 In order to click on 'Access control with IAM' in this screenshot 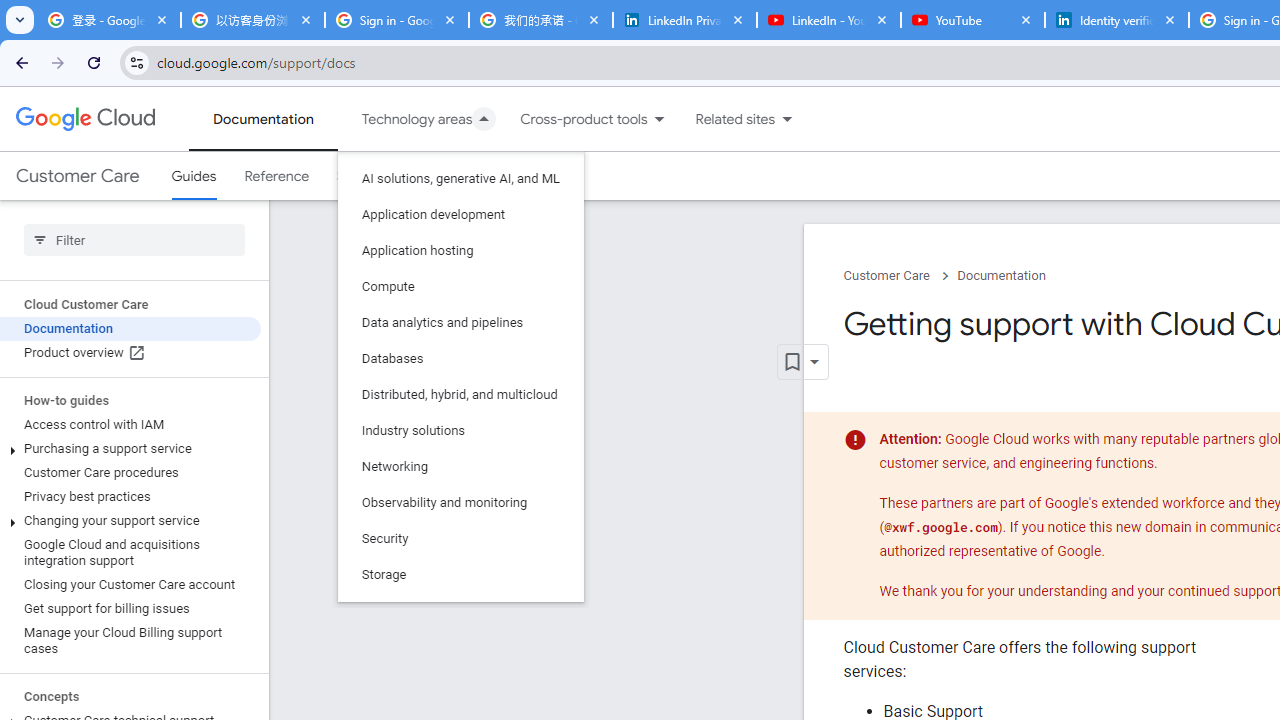, I will do `click(129, 424)`.